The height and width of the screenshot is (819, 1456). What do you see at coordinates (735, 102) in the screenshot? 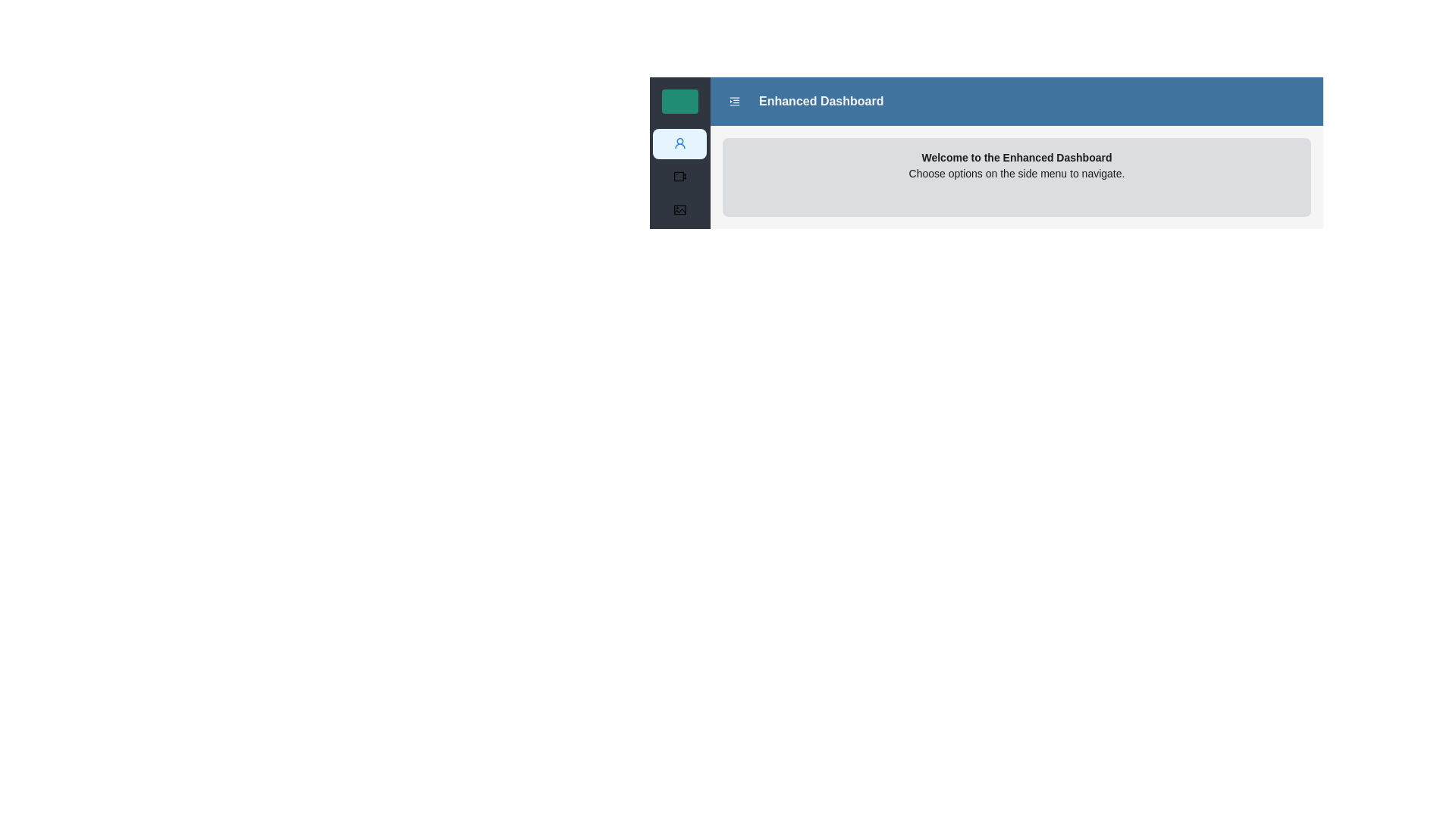
I see `the Icon button with a blue background and a white horizontally collapsed menu icon` at bounding box center [735, 102].